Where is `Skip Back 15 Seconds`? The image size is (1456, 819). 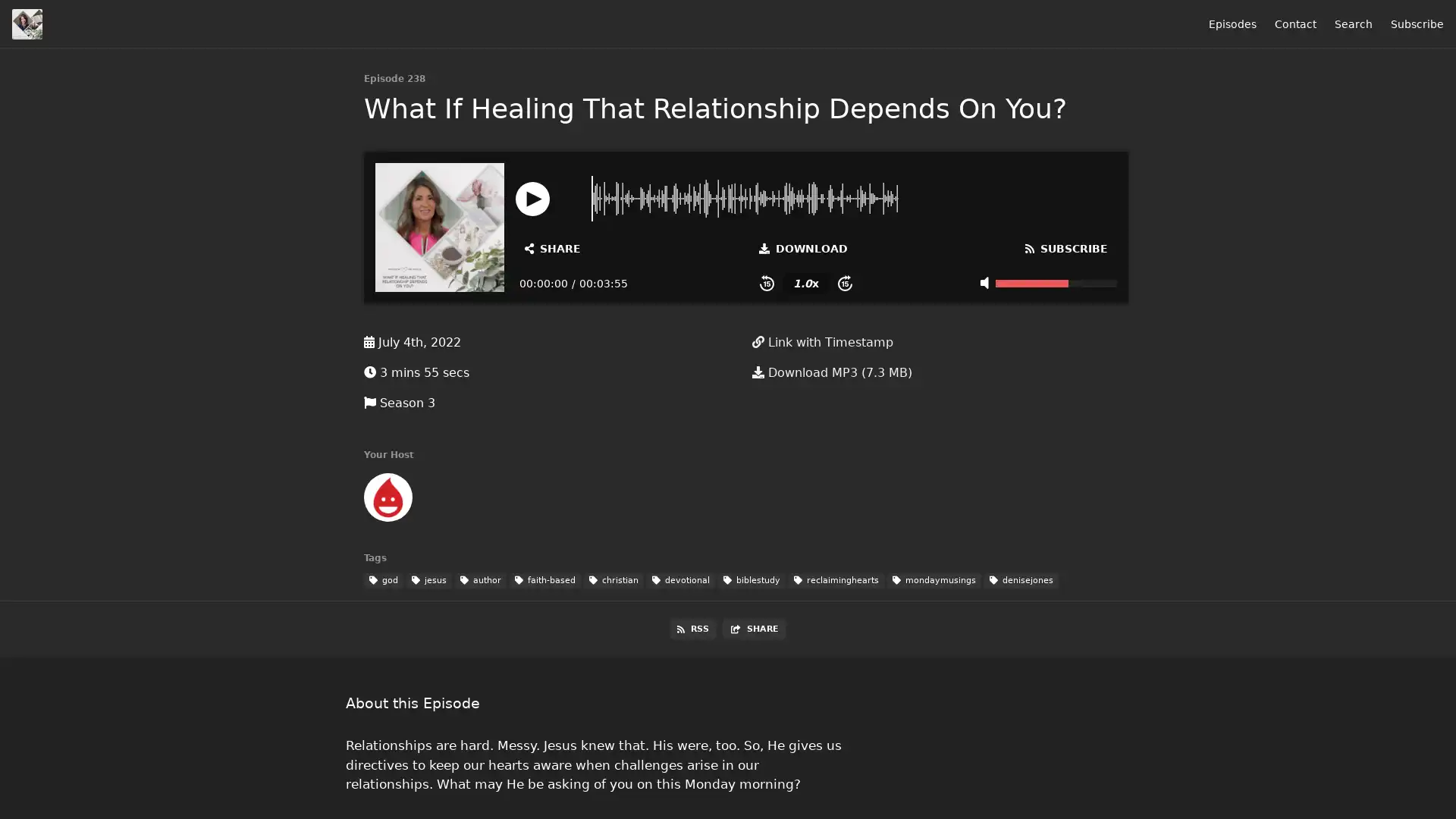
Skip Back 15 Seconds is located at coordinates (767, 283).